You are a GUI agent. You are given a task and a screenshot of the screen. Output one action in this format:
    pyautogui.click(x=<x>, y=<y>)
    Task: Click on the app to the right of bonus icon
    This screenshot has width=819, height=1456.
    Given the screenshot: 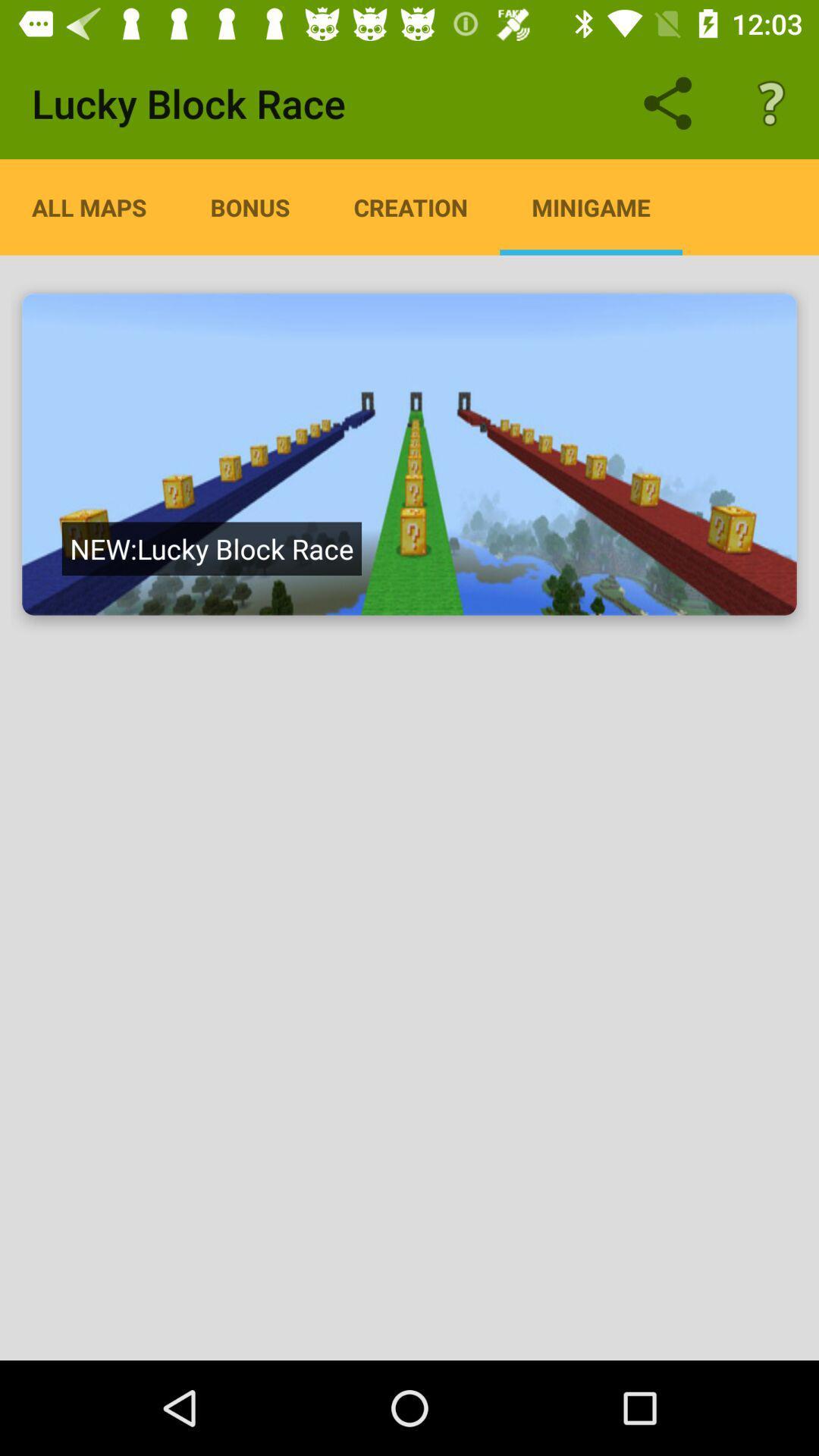 What is the action you would take?
    pyautogui.click(x=410, y=206)
    